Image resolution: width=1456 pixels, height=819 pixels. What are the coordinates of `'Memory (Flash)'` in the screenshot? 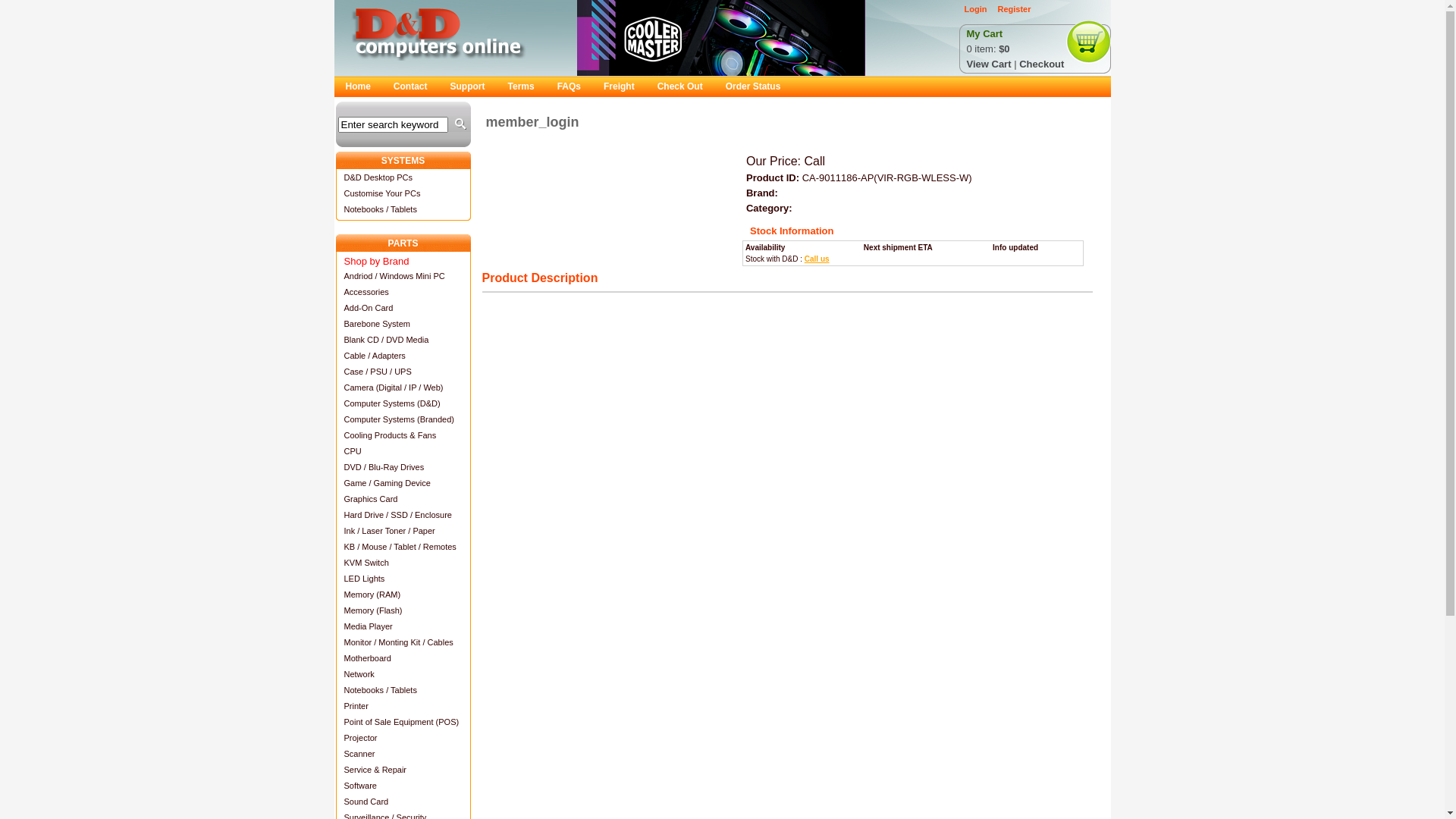 It's located at (403, 609).